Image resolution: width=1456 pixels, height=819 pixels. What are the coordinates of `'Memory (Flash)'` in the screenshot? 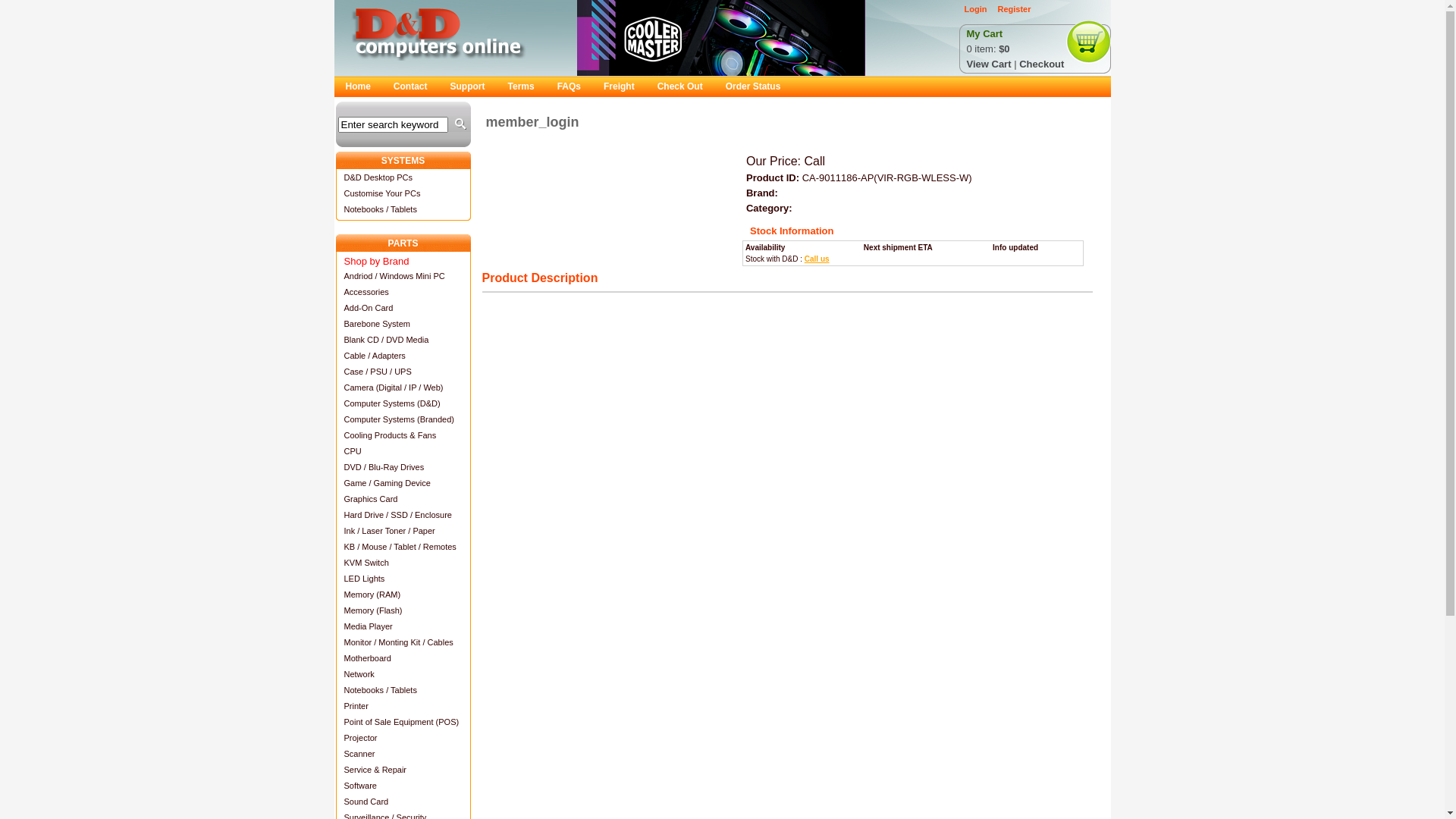 It's located at (403, 609).